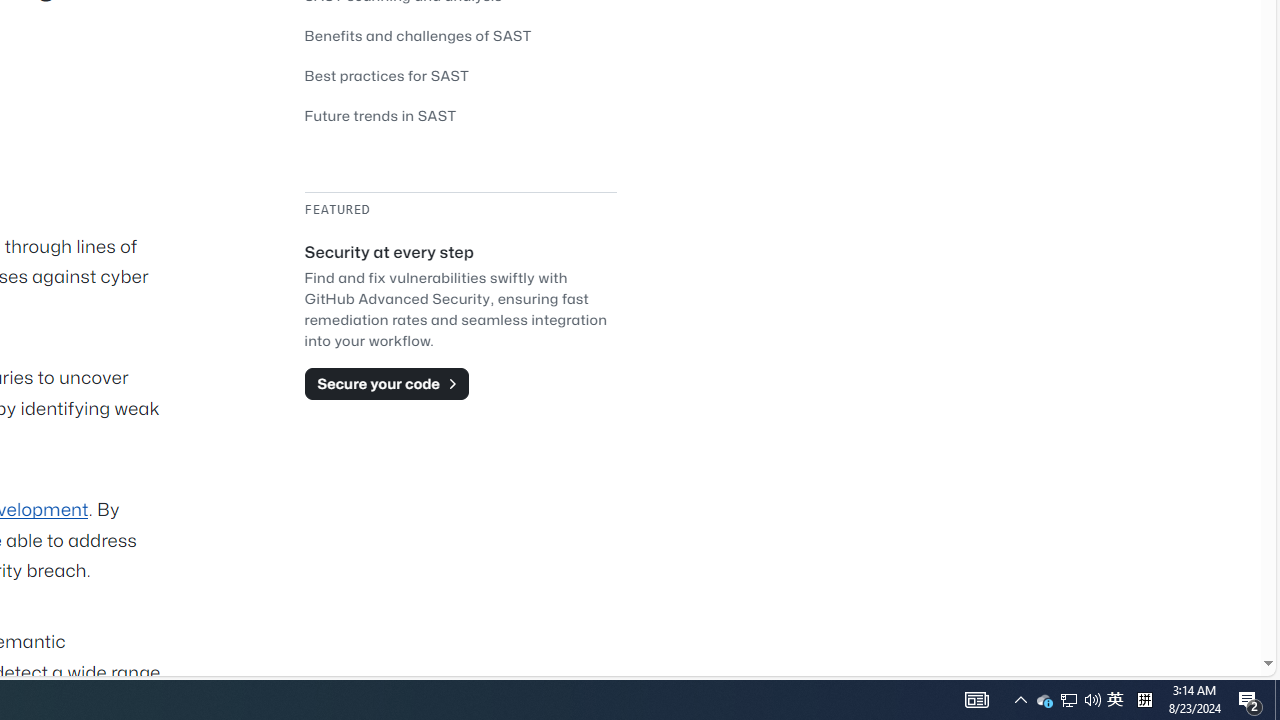  What do you see at coordinates (386, 383) in the screenshot?
I see `'Secure your code'` at bounding box center [386, 383].